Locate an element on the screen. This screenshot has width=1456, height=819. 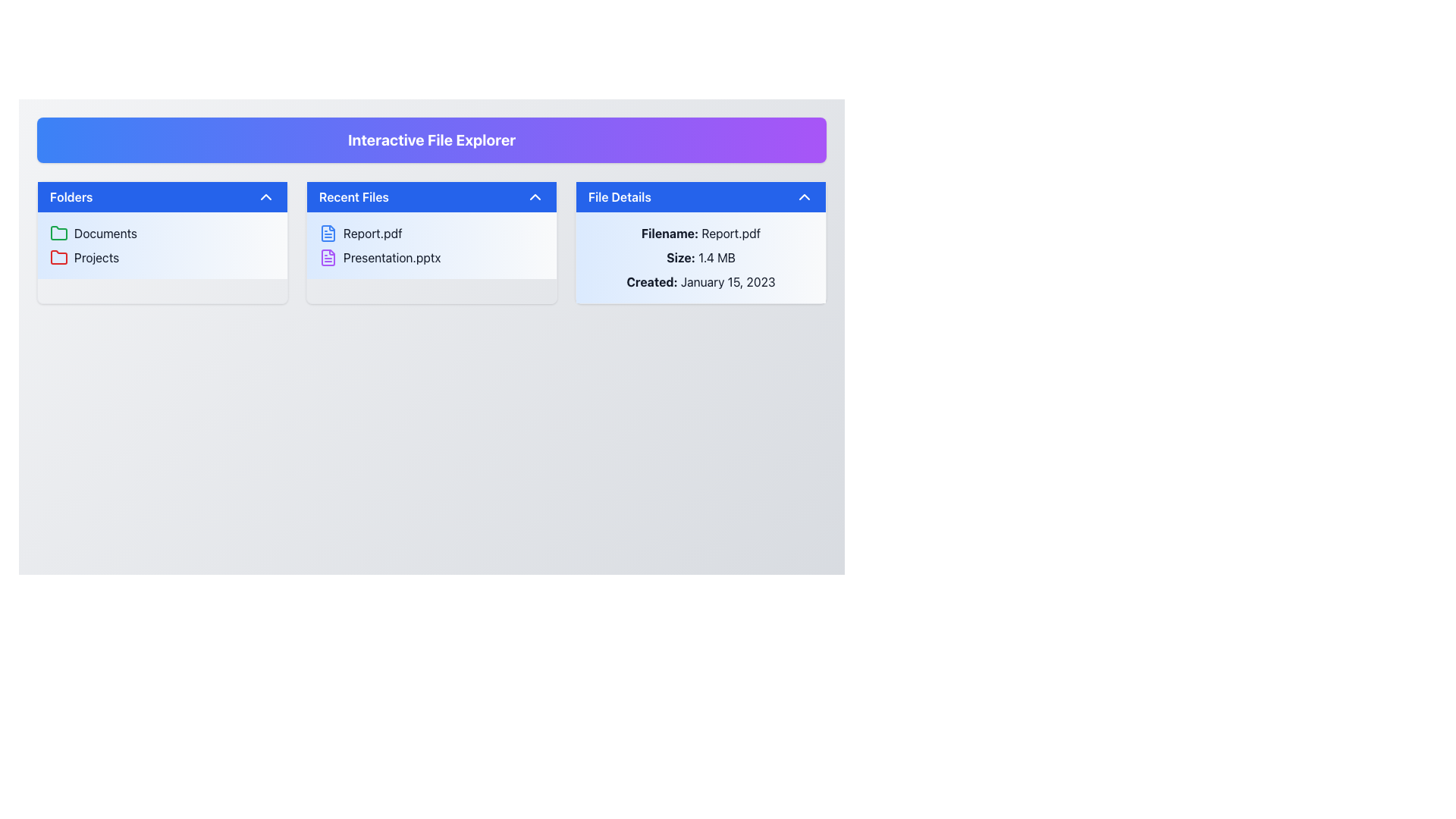
the Information Panel titled 'File Details' is located at coordinates (700, 242).